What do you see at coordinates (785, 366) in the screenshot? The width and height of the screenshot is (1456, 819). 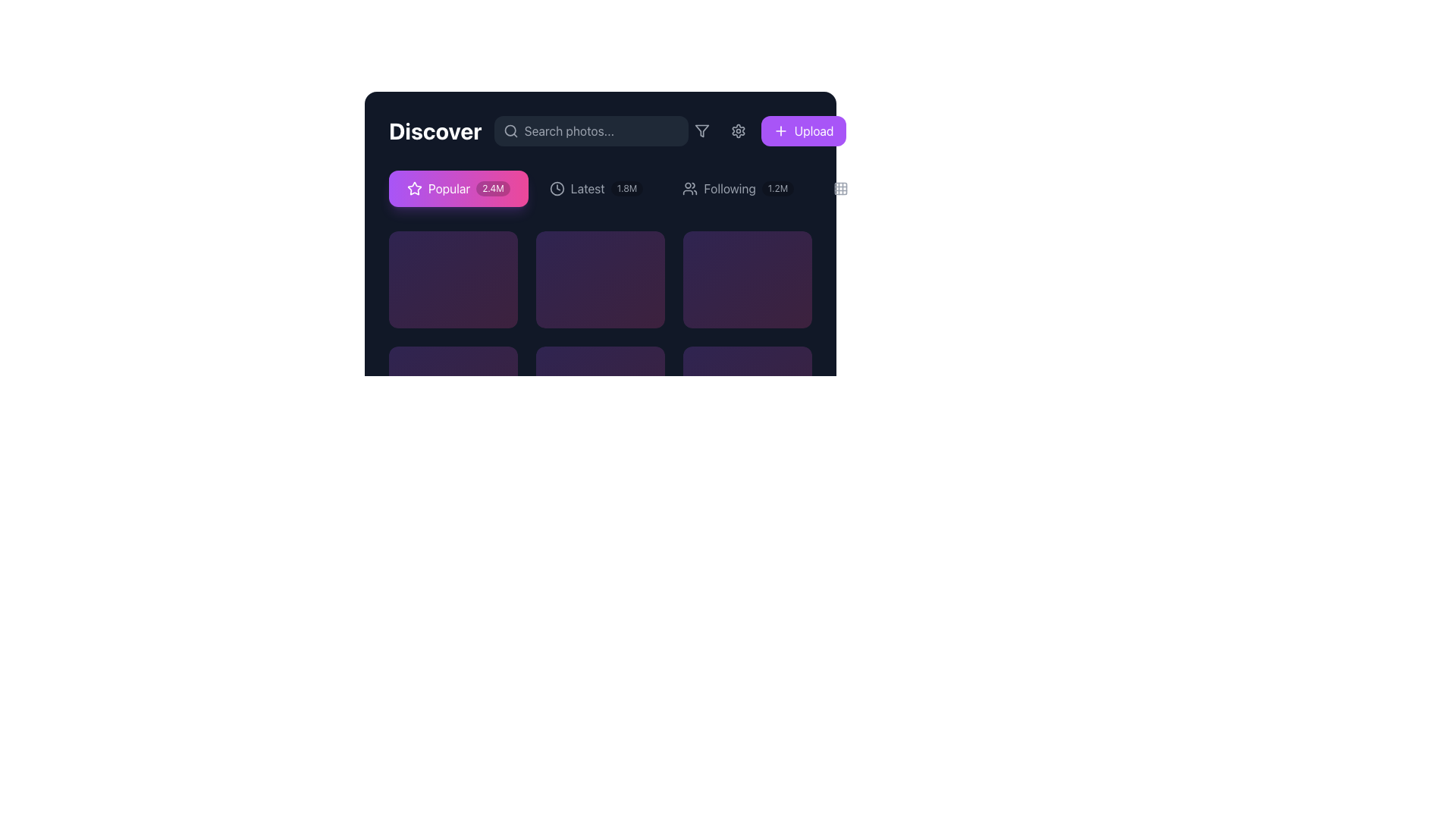 I see `the small circle-shaped button with a dark background and light-colored border located at the bottom-right corner of the card to bookmark it` at bounding box center [785, 366].